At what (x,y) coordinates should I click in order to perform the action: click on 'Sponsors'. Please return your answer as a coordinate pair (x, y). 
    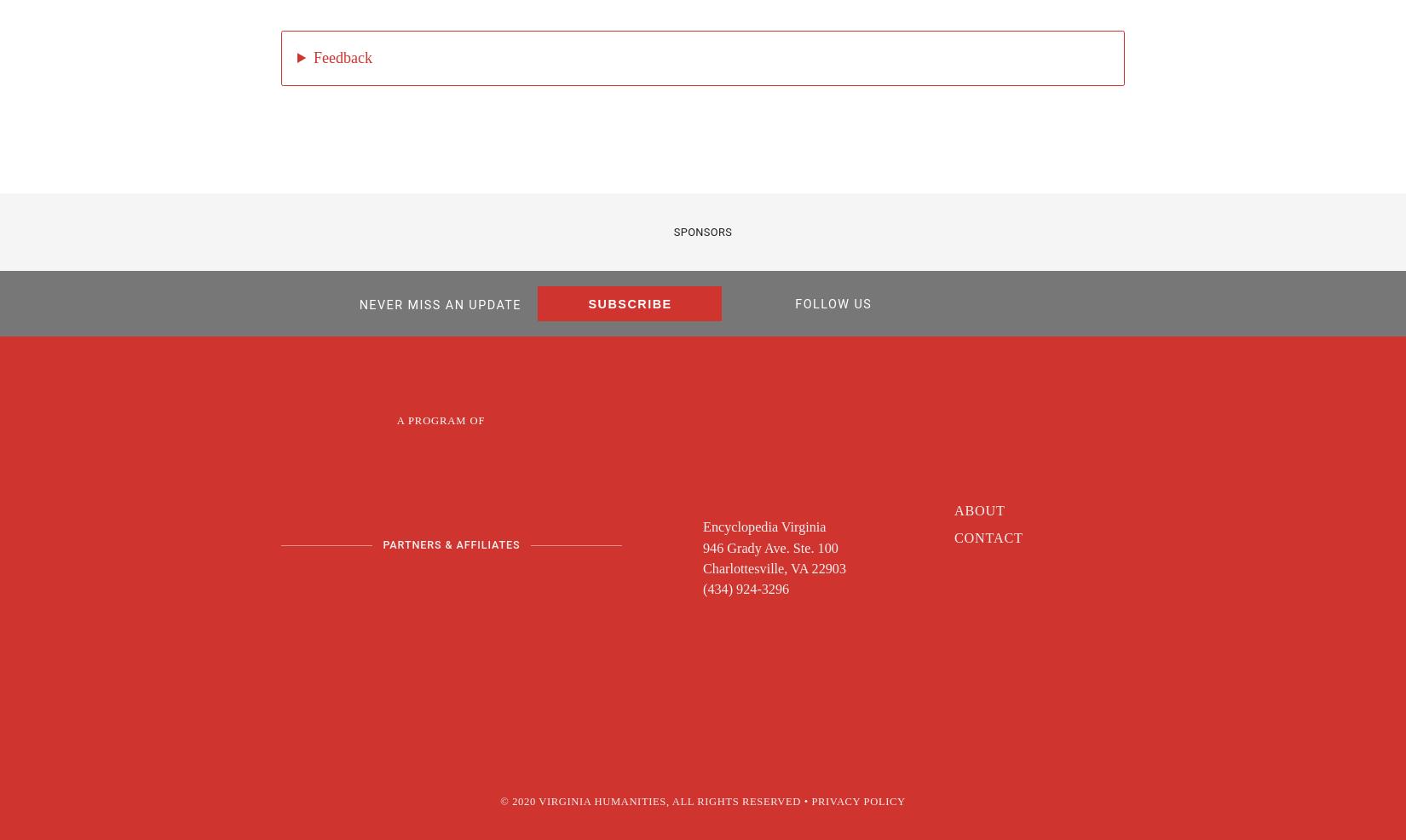
    Looking at the image, I should click on (701, 232).